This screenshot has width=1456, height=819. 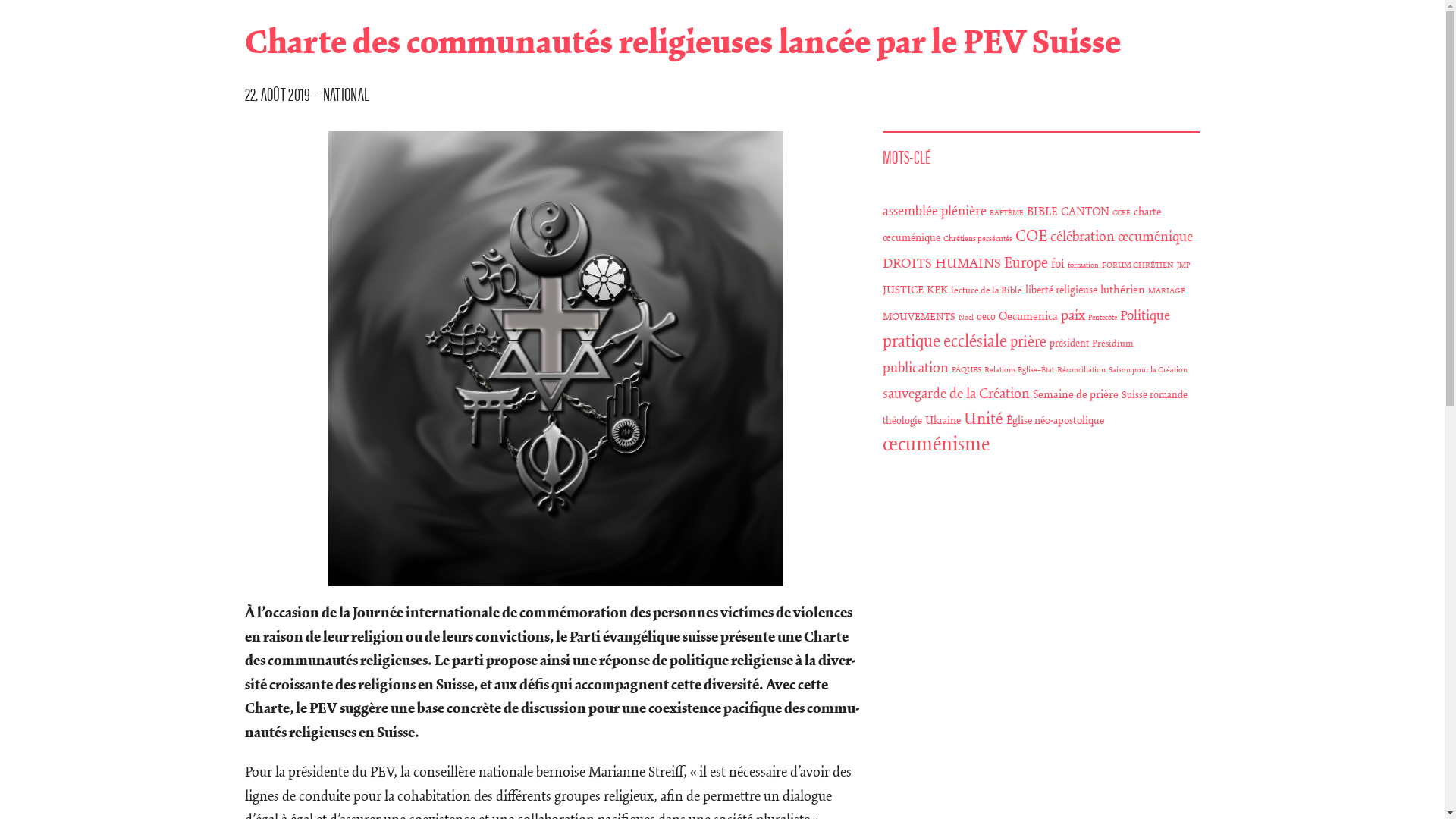 I want to click on 'DROITS HUMAINS', so click(x=941, y=262).